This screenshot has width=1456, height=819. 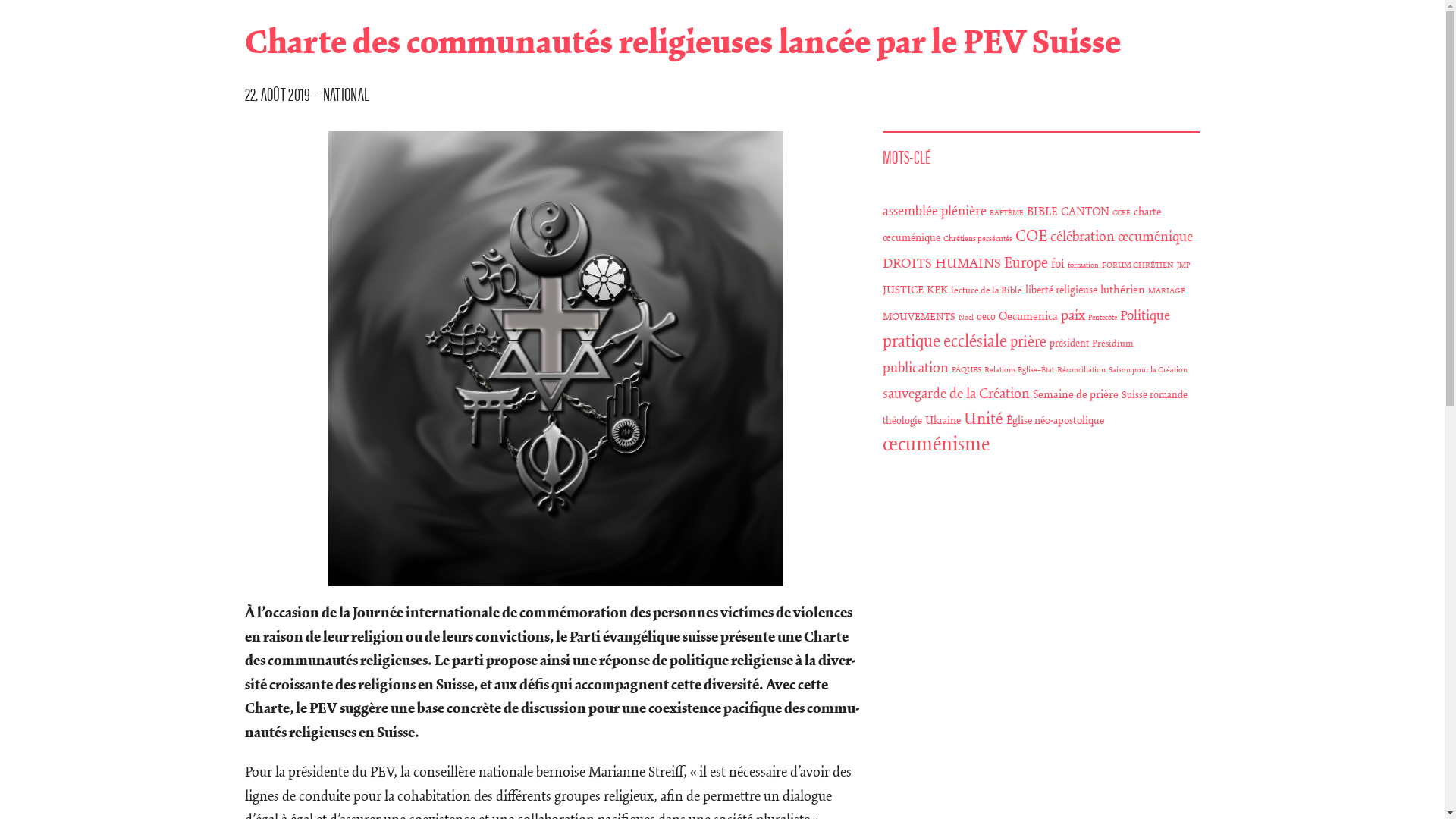 I want to click on 'DROITS HUMAINS', so click(x=941, y=262).